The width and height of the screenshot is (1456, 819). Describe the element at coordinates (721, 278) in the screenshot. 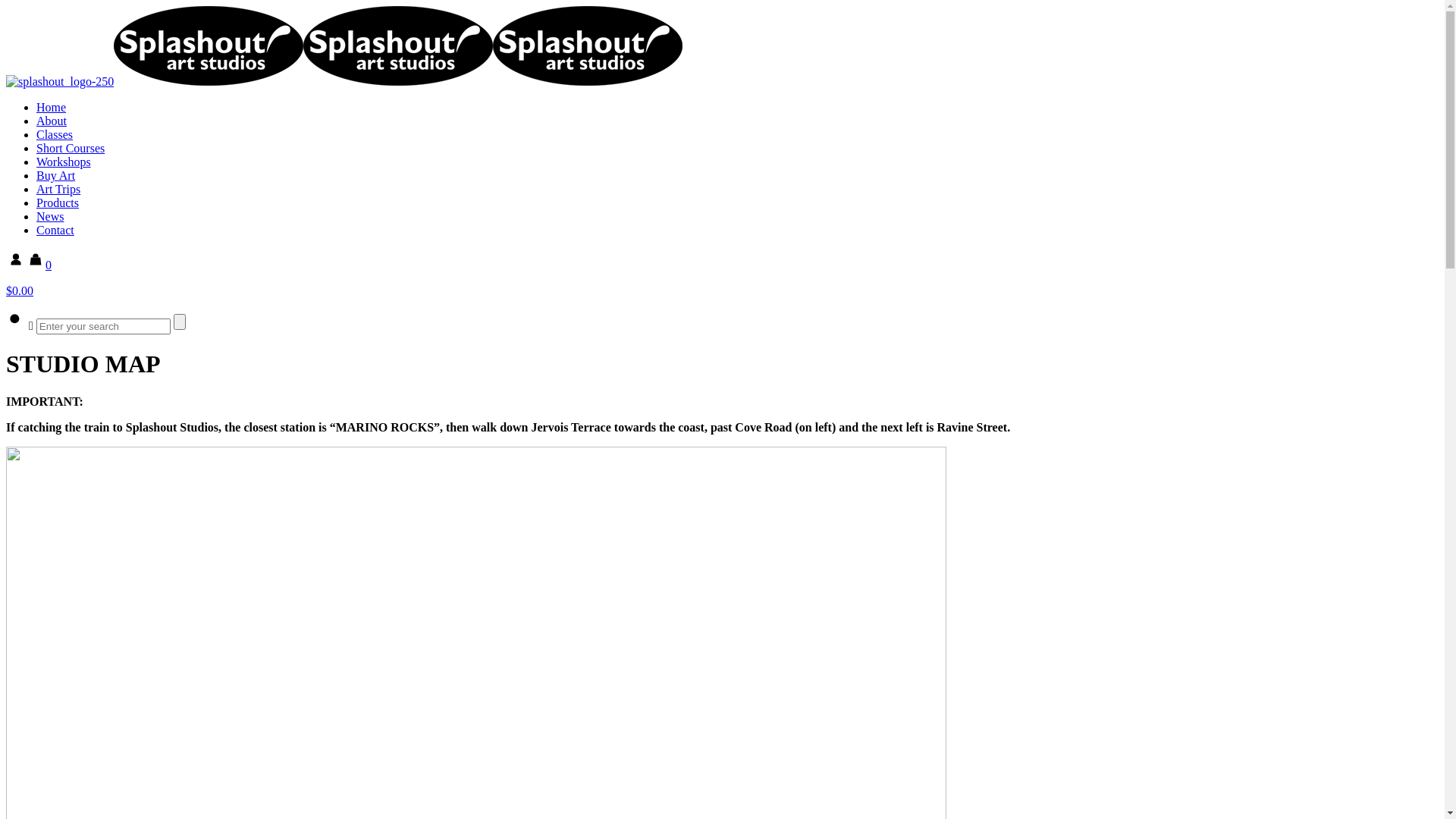

I see `'0` at that location.